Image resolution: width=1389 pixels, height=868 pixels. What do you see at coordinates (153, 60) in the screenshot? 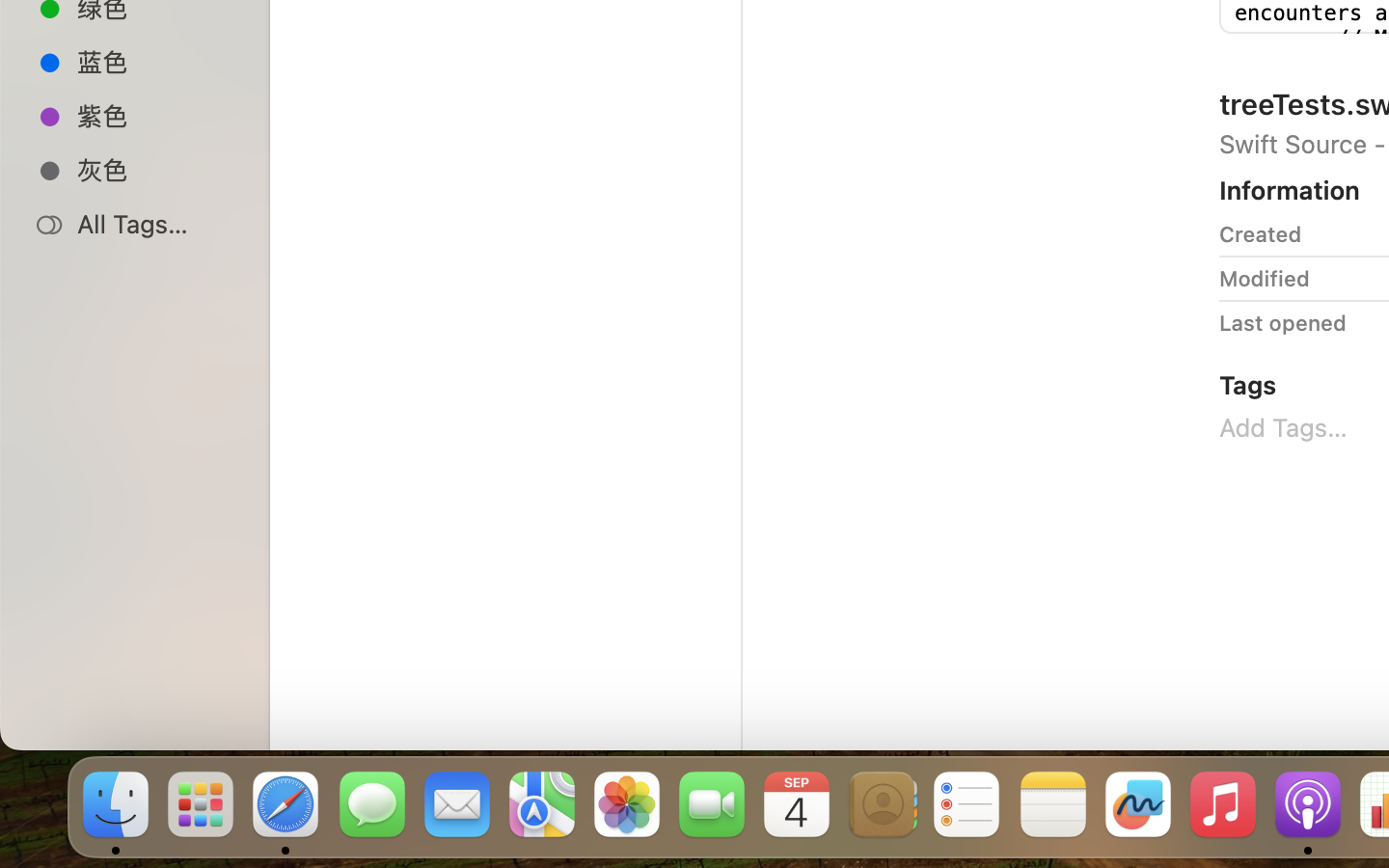
I see `'蓝色'` at bounding box center [153, 60].